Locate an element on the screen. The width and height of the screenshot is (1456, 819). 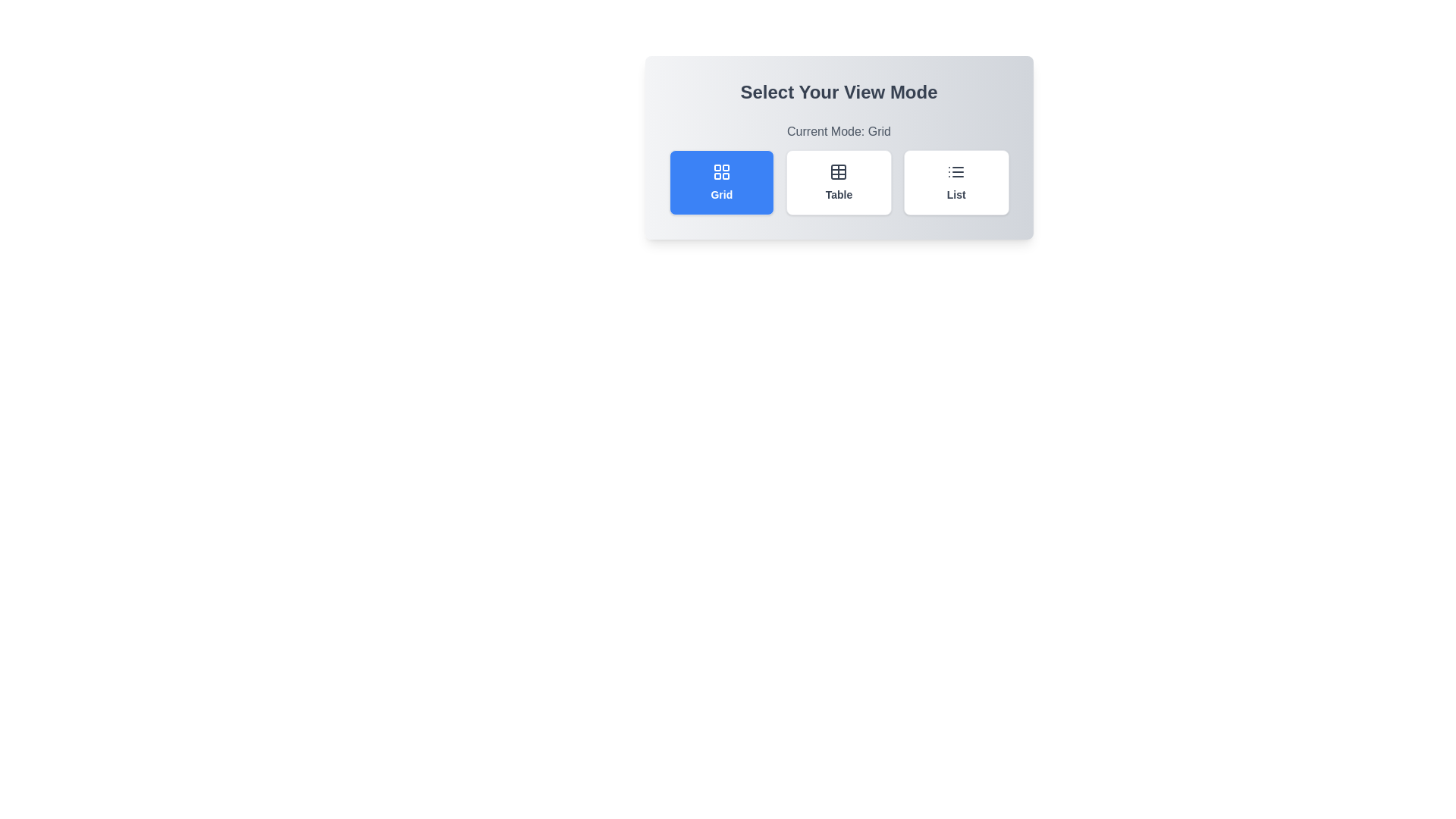
the 'List' text label element, which is a smaller bold font located below the list icon in the view mode selection interface is located at coordinates (955, 194).